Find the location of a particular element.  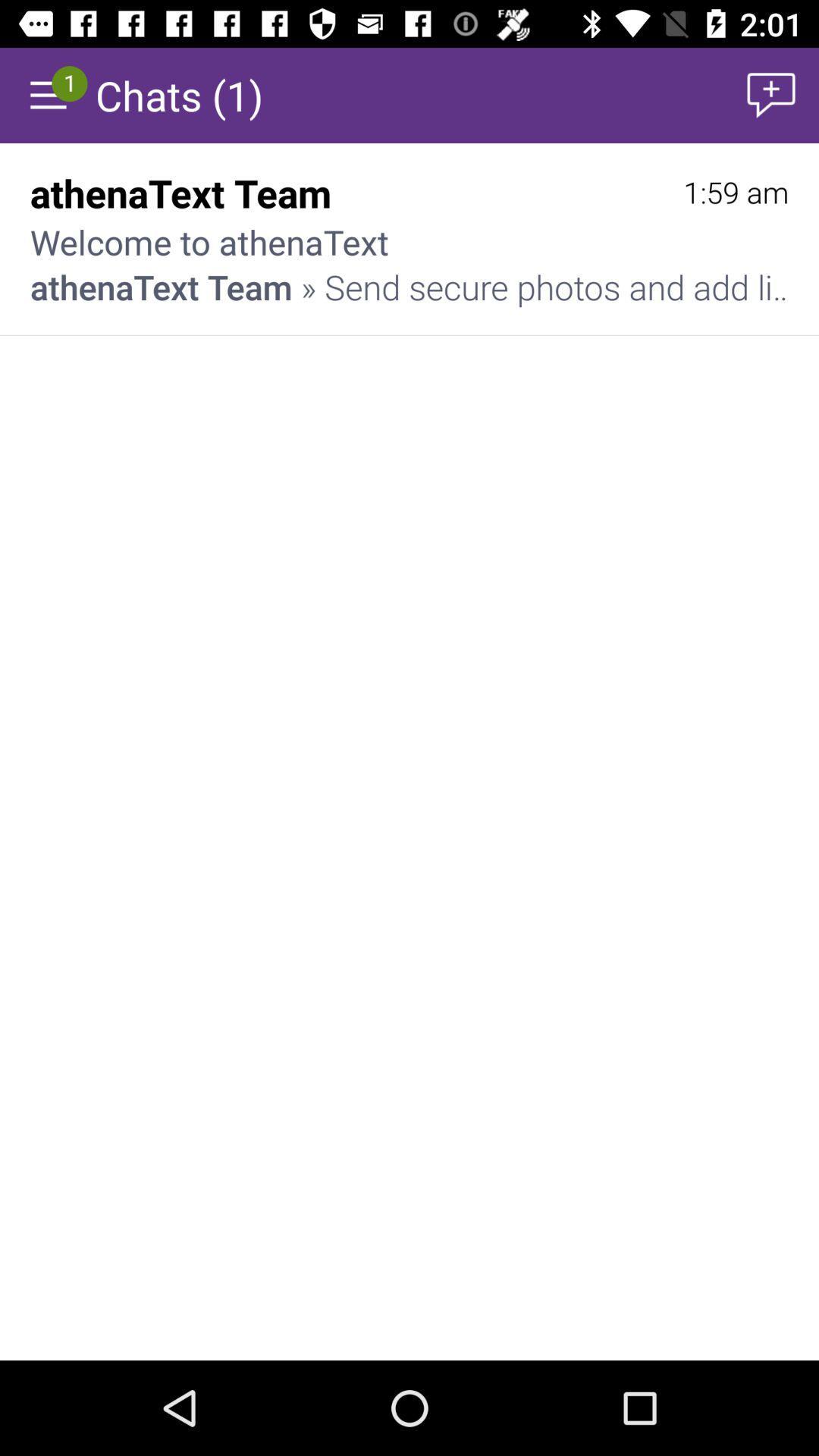

the icon above the athenatext team send icon is located at coordinates (735, 192).